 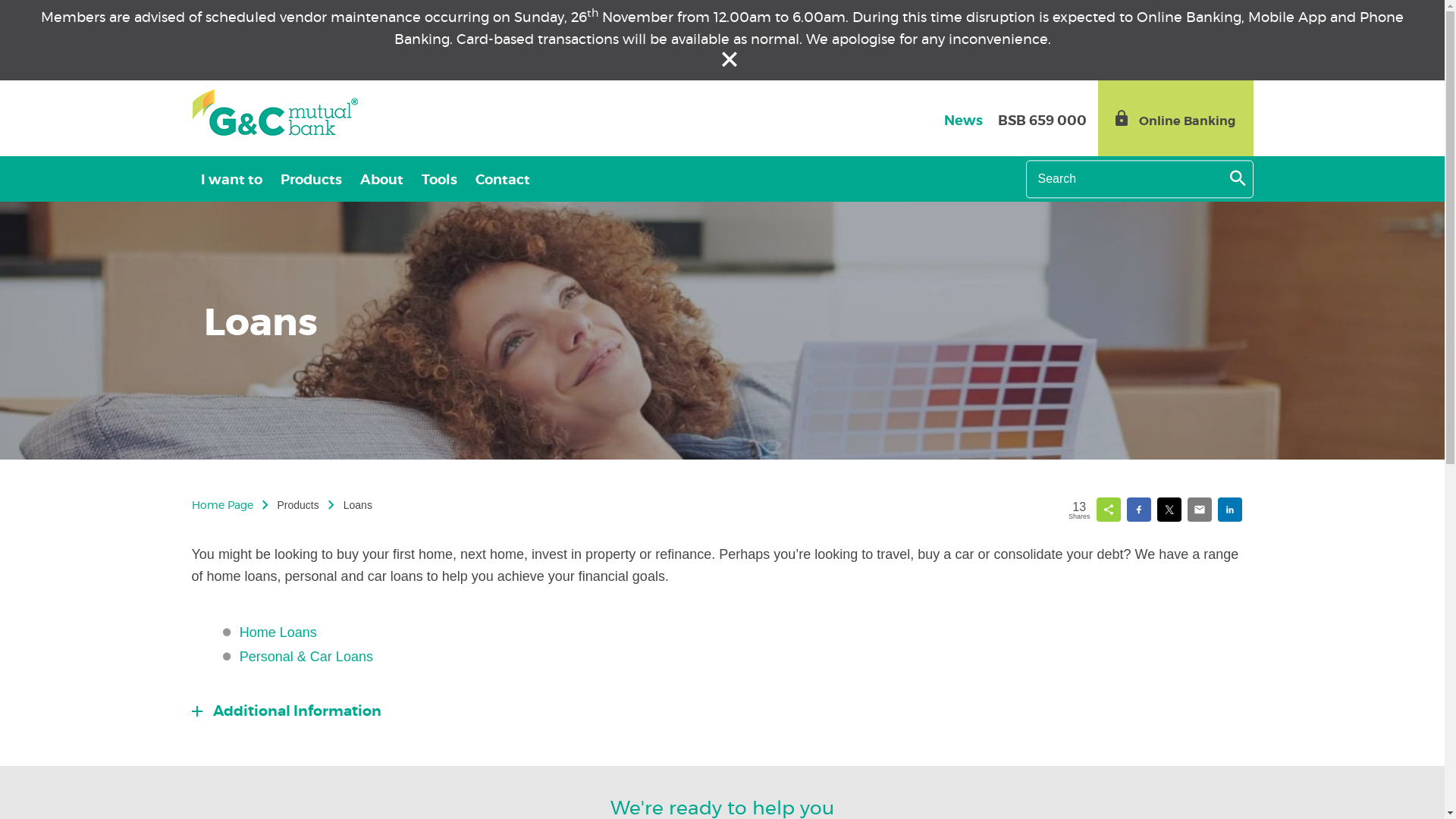 What do you see at coordinates (230, 177) in the screenshot?
I see `'I want to'` at bounding box center [230, 177].